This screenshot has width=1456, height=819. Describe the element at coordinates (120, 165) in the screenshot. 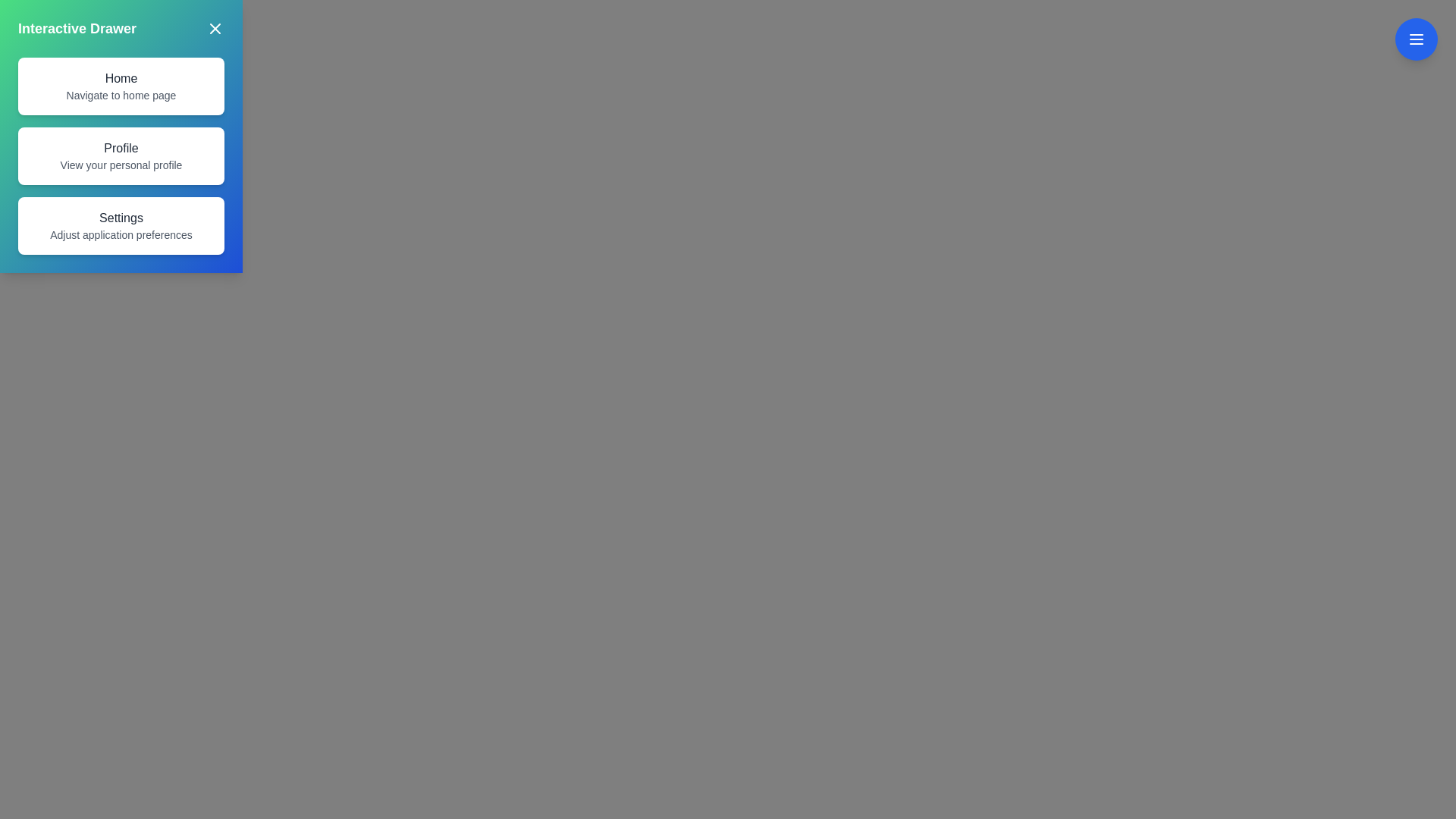

I see `the text label reading 'View your personal profile' which is styled in small gray font and located under the title 'Profile' in the left-side drawer` at that location.